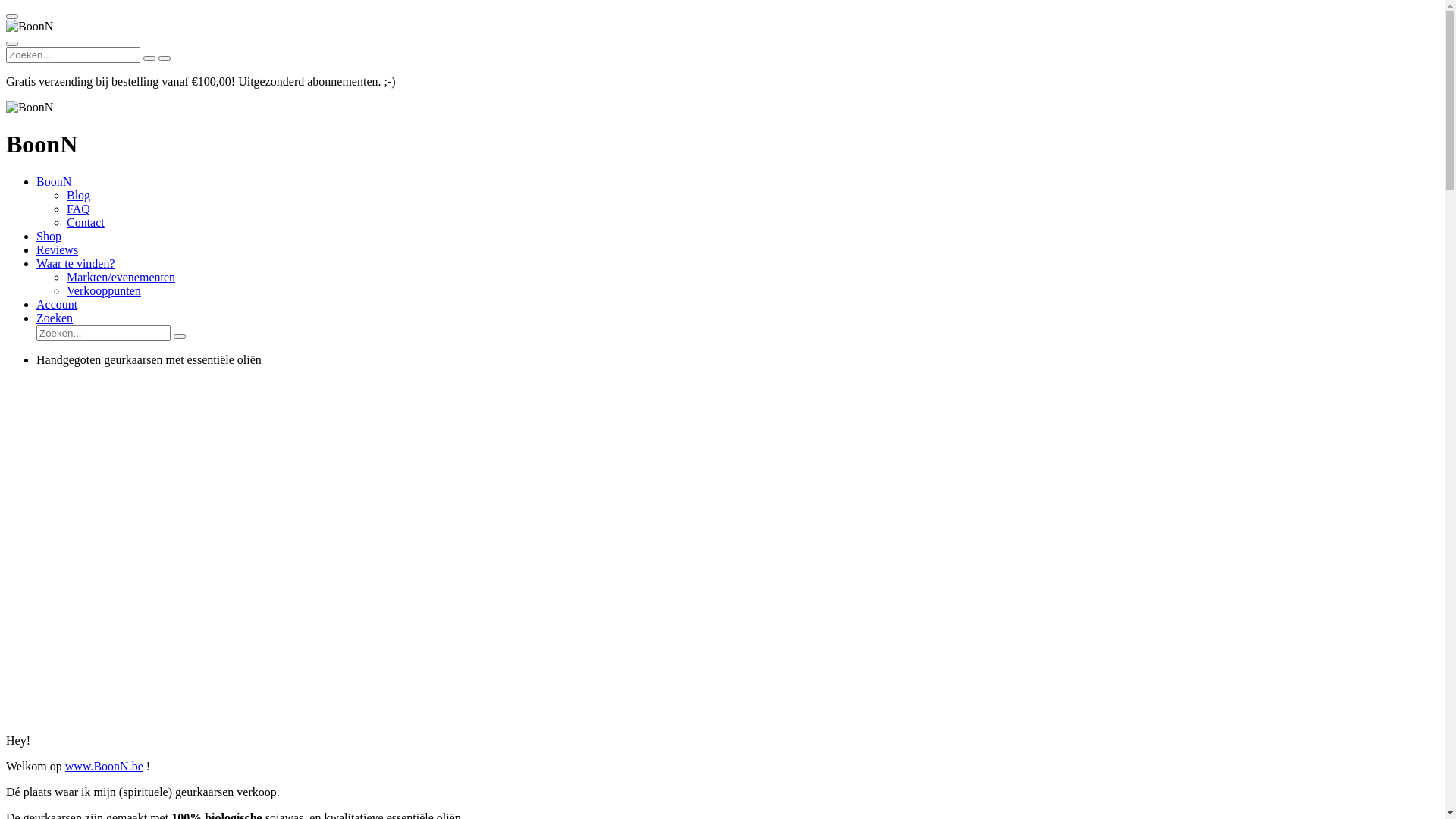  Describe the element at coordinates (103, 290) in the screenshot. I see `'Verkooppunten'` at that location.